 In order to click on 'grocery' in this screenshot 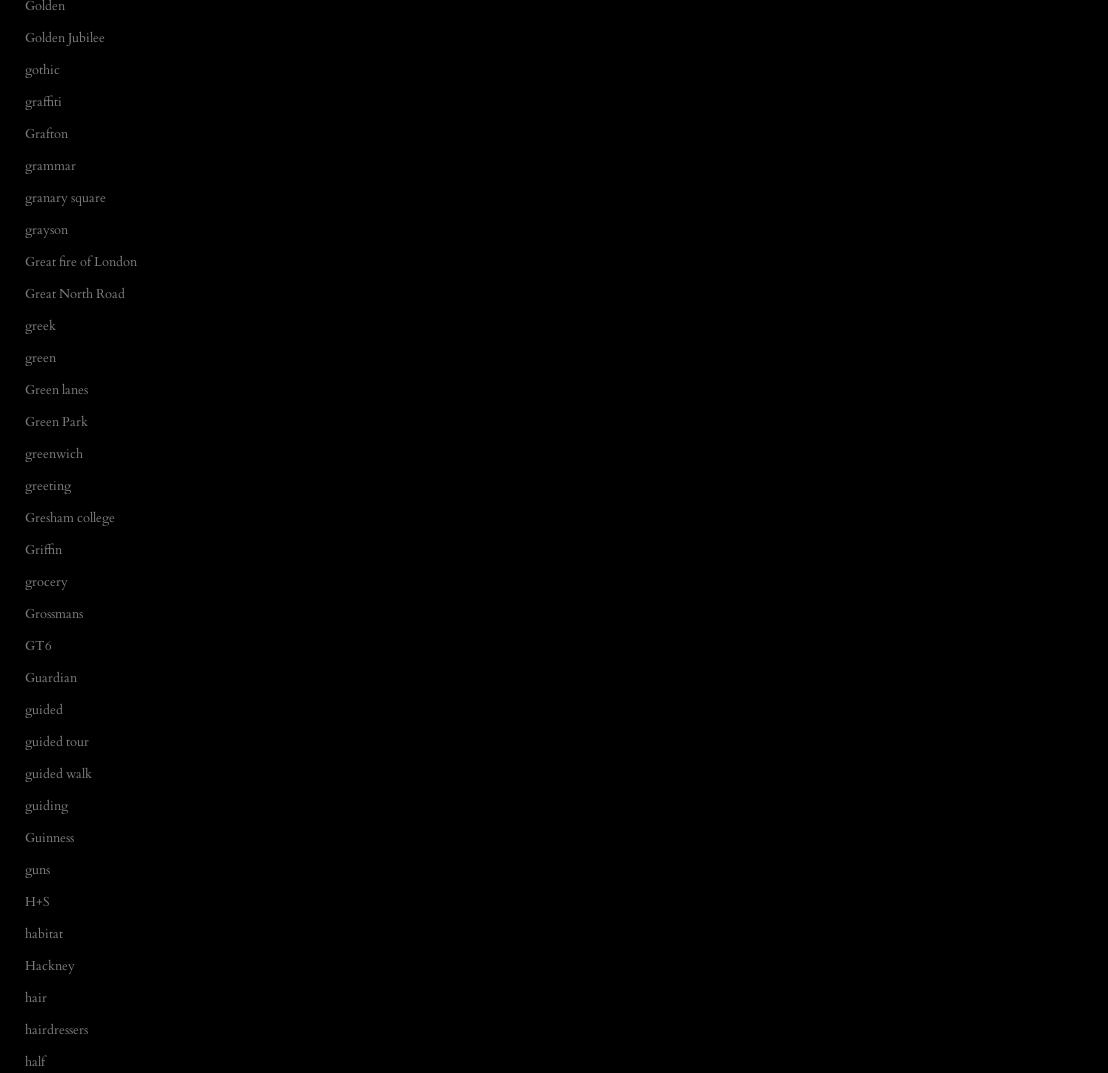, I will do `click(46, 581)`.